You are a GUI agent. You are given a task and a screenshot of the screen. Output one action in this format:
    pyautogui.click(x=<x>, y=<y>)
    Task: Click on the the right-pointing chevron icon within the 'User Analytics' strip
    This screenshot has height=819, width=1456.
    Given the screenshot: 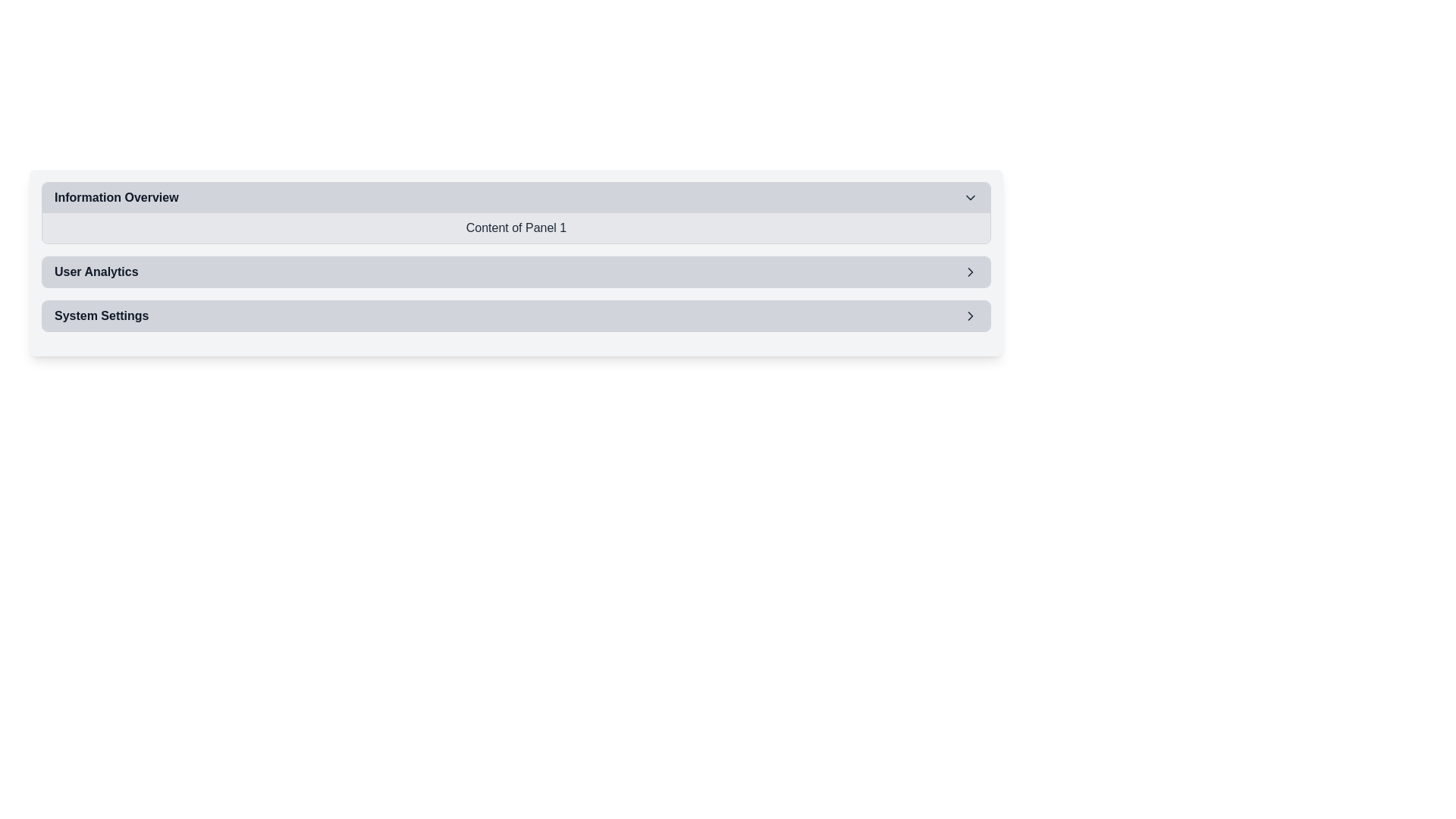 What is the action you would take?
    pyautogui.click(x=971, y=271)
    